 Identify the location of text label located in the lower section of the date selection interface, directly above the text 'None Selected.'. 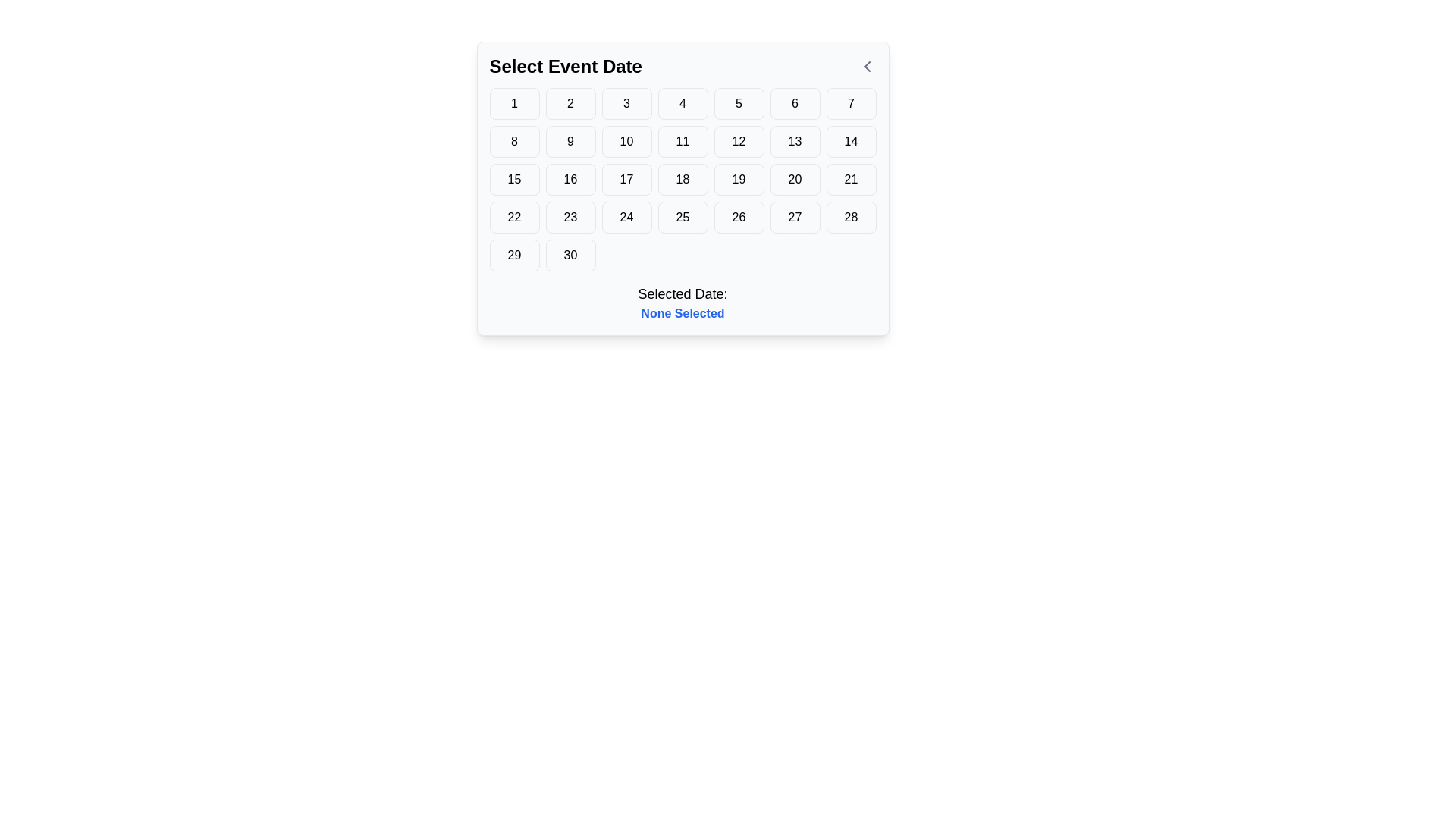
(682, 294).